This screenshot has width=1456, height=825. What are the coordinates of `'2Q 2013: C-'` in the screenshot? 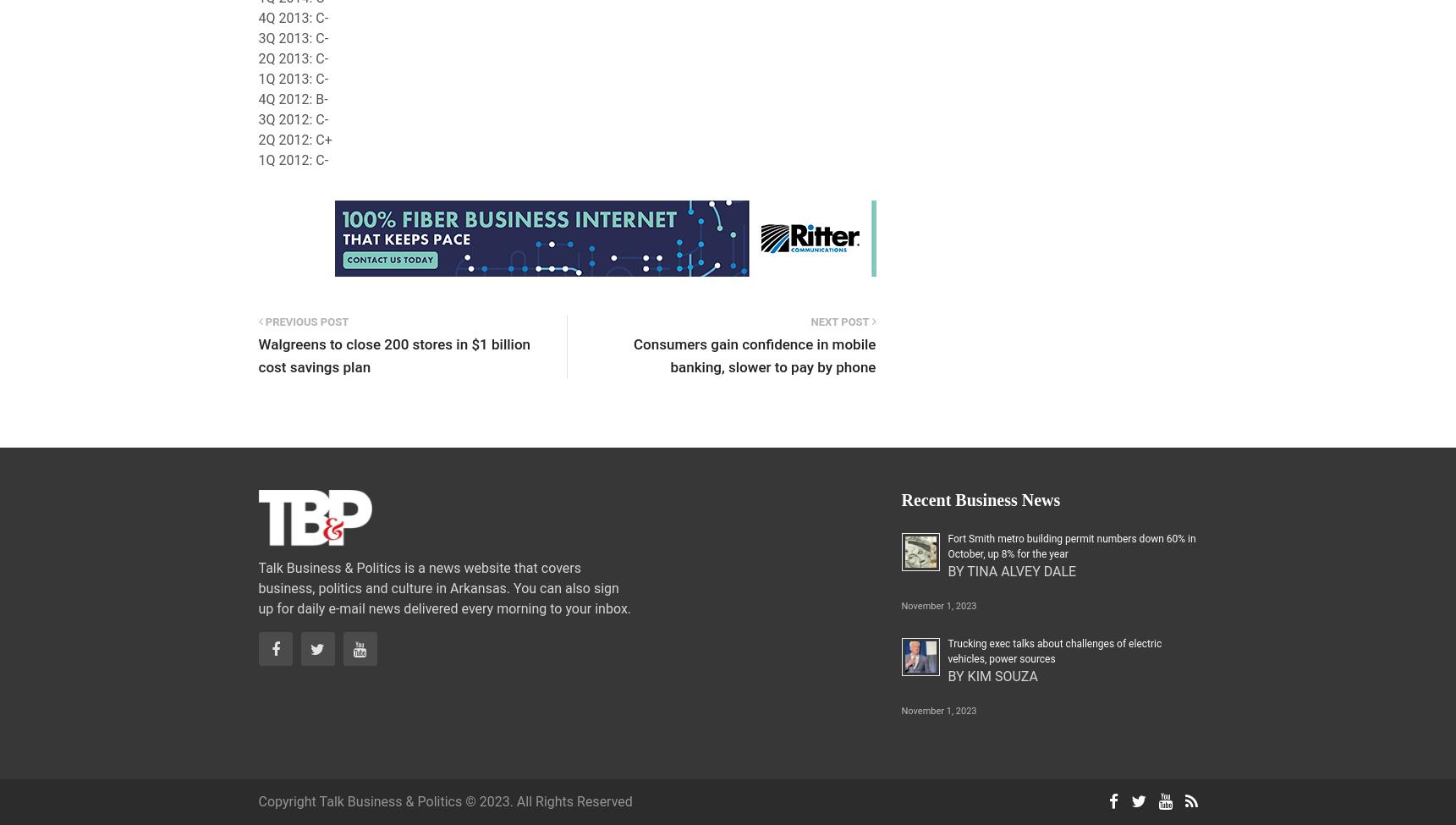 It's located at (293, 58).